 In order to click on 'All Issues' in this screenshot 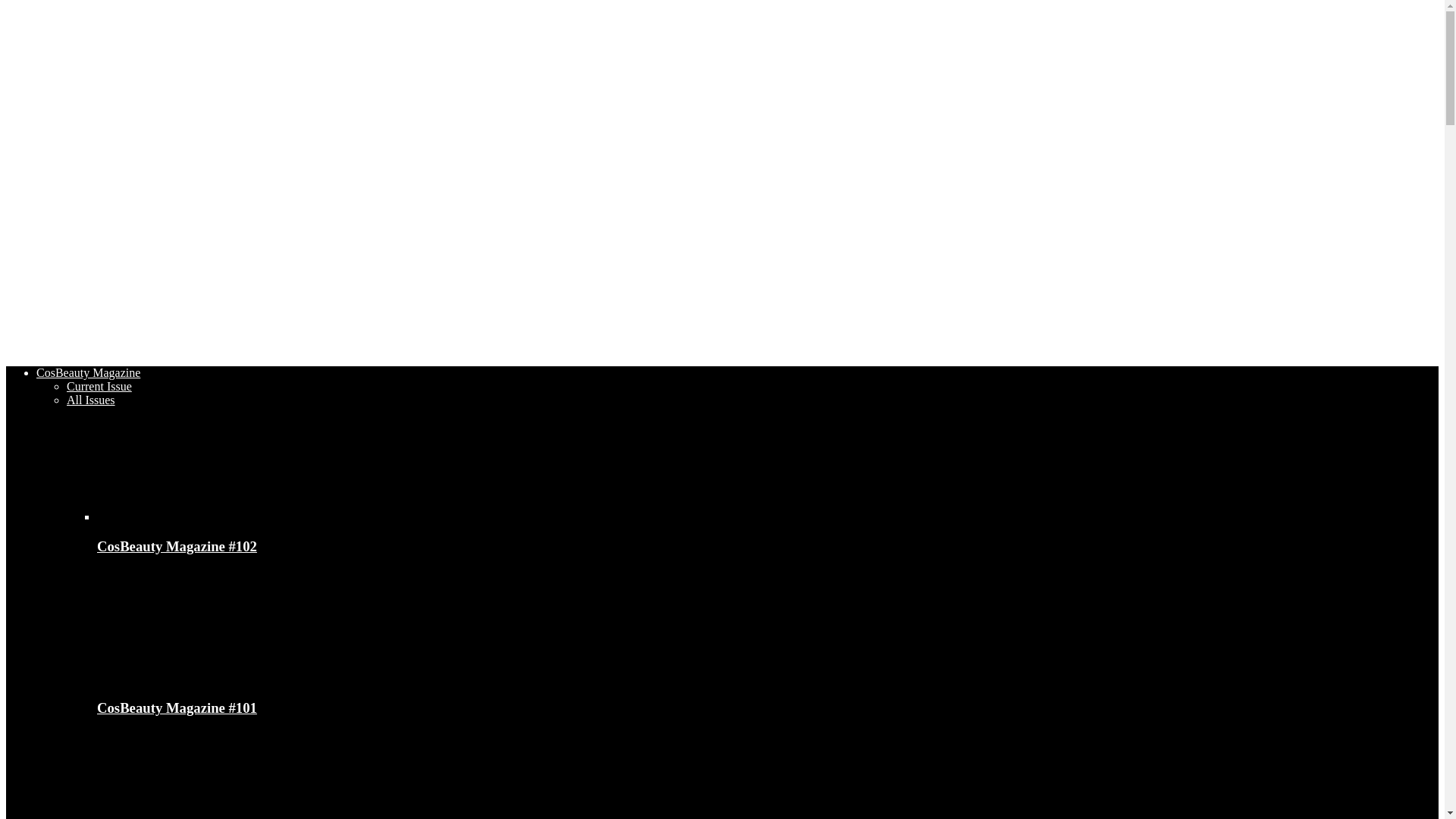, I will do `click(90, 399)`.